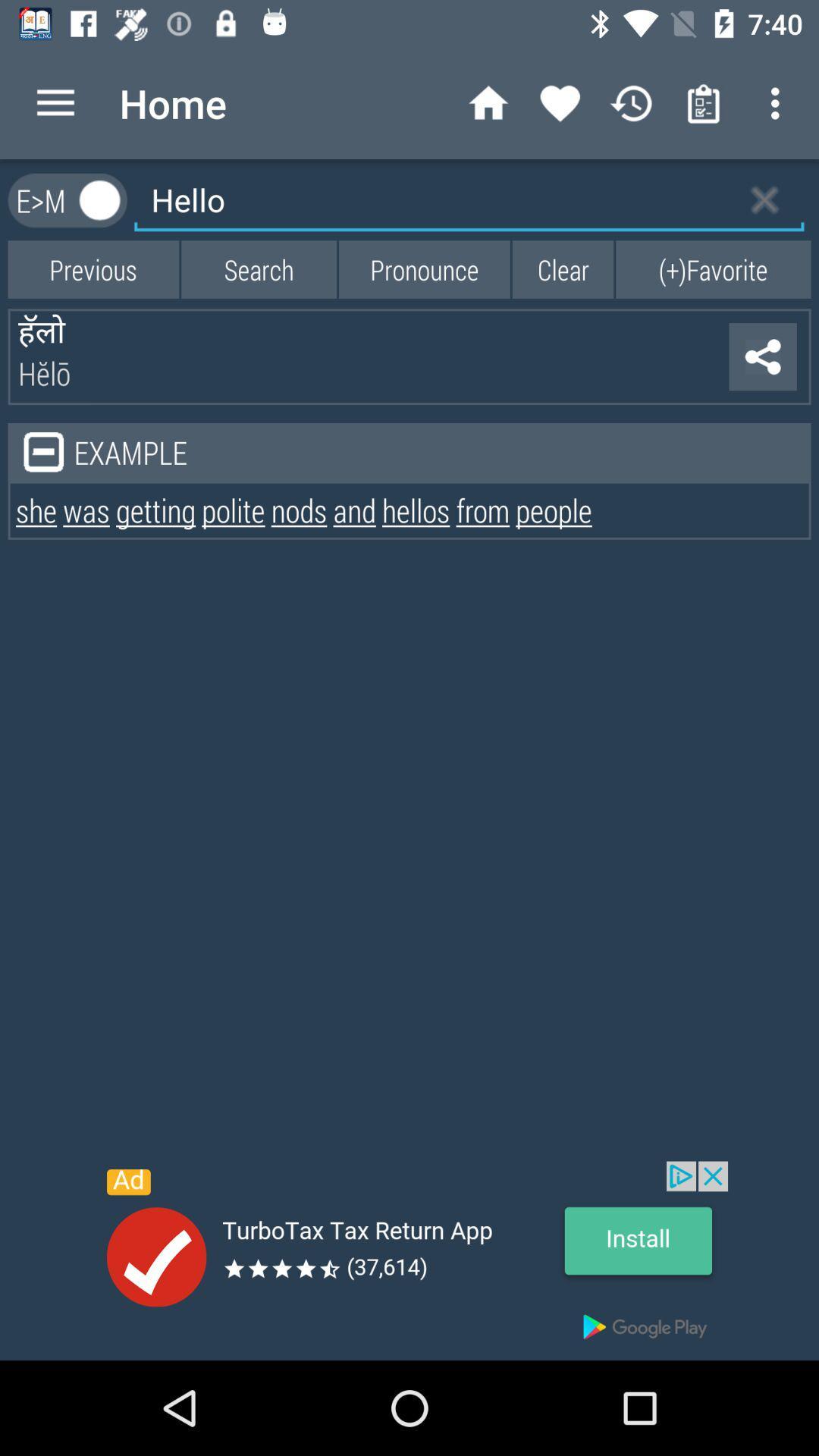 The image size is (819, 1456). I want to click on the avatar icon, so click(100, 199).